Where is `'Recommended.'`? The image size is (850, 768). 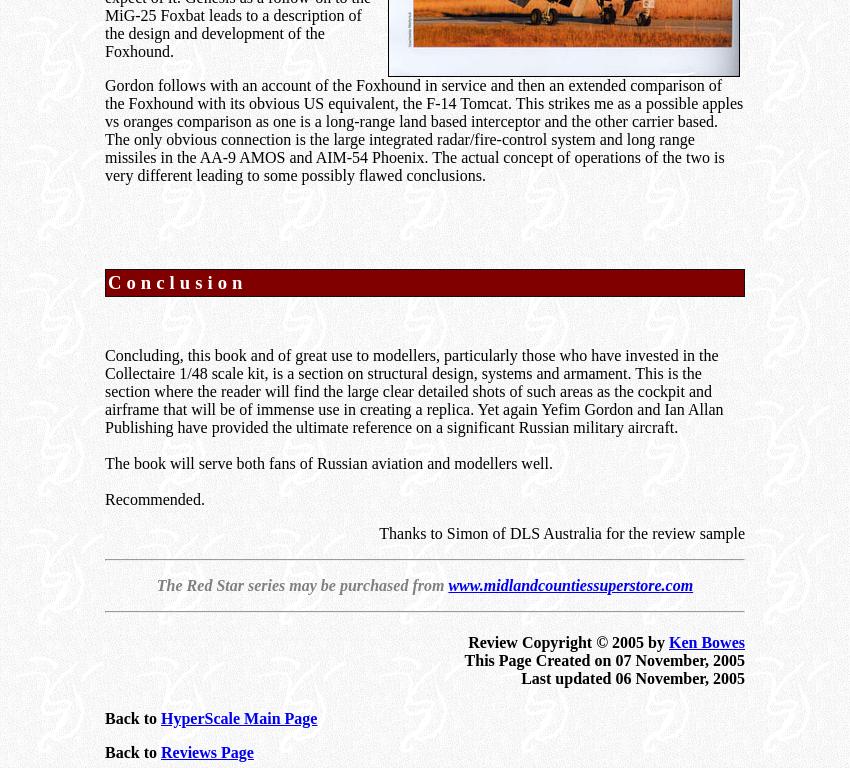
'Recommended.' is located at coordinates (154, 499).